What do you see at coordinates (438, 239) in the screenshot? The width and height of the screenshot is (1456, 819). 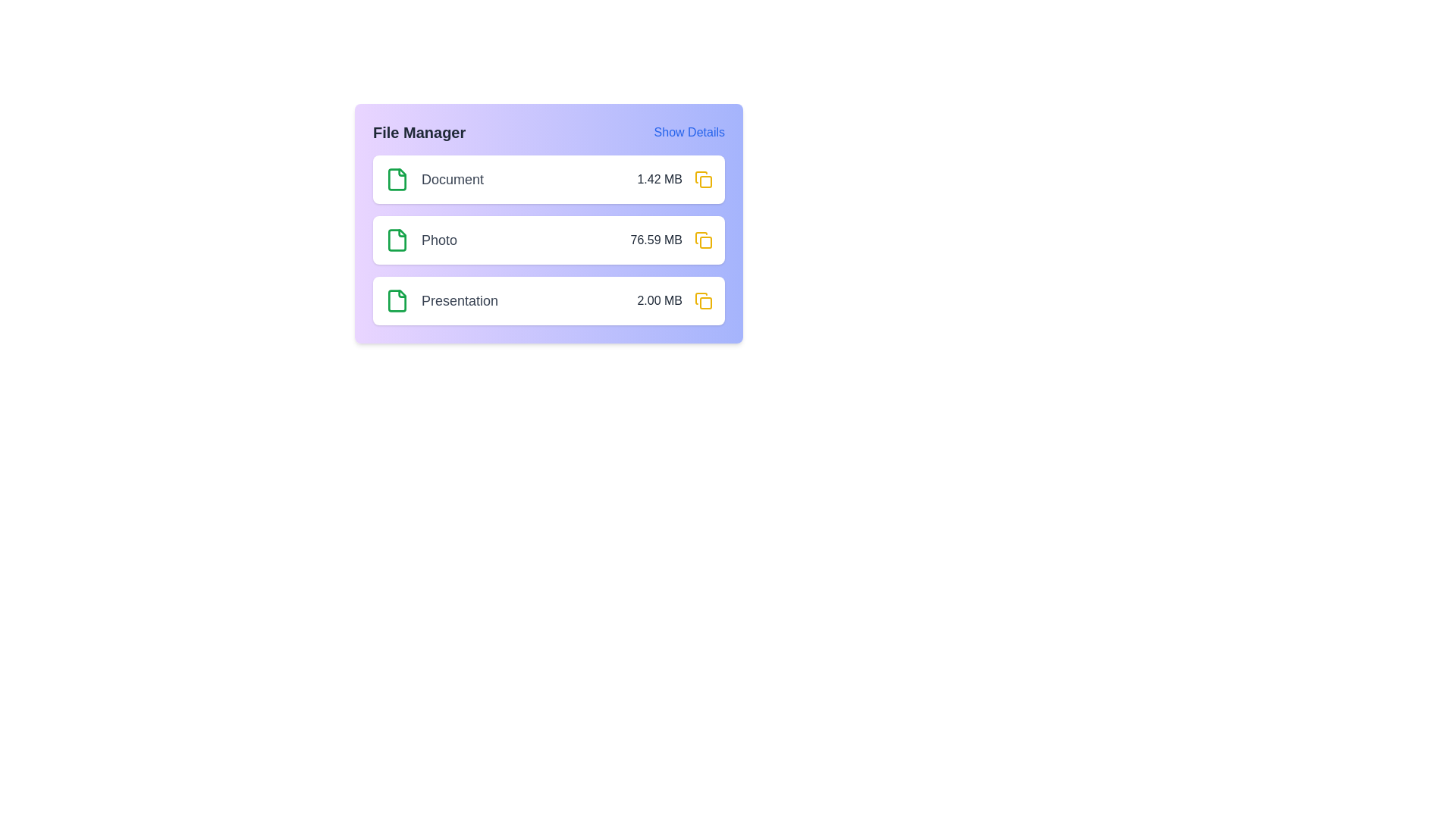 I see `text of the 'Photo' label, which is styled in medium-sized gray font and located in the file manager interface, positioned to the right of a green icon` at bounding box center [438, 239].